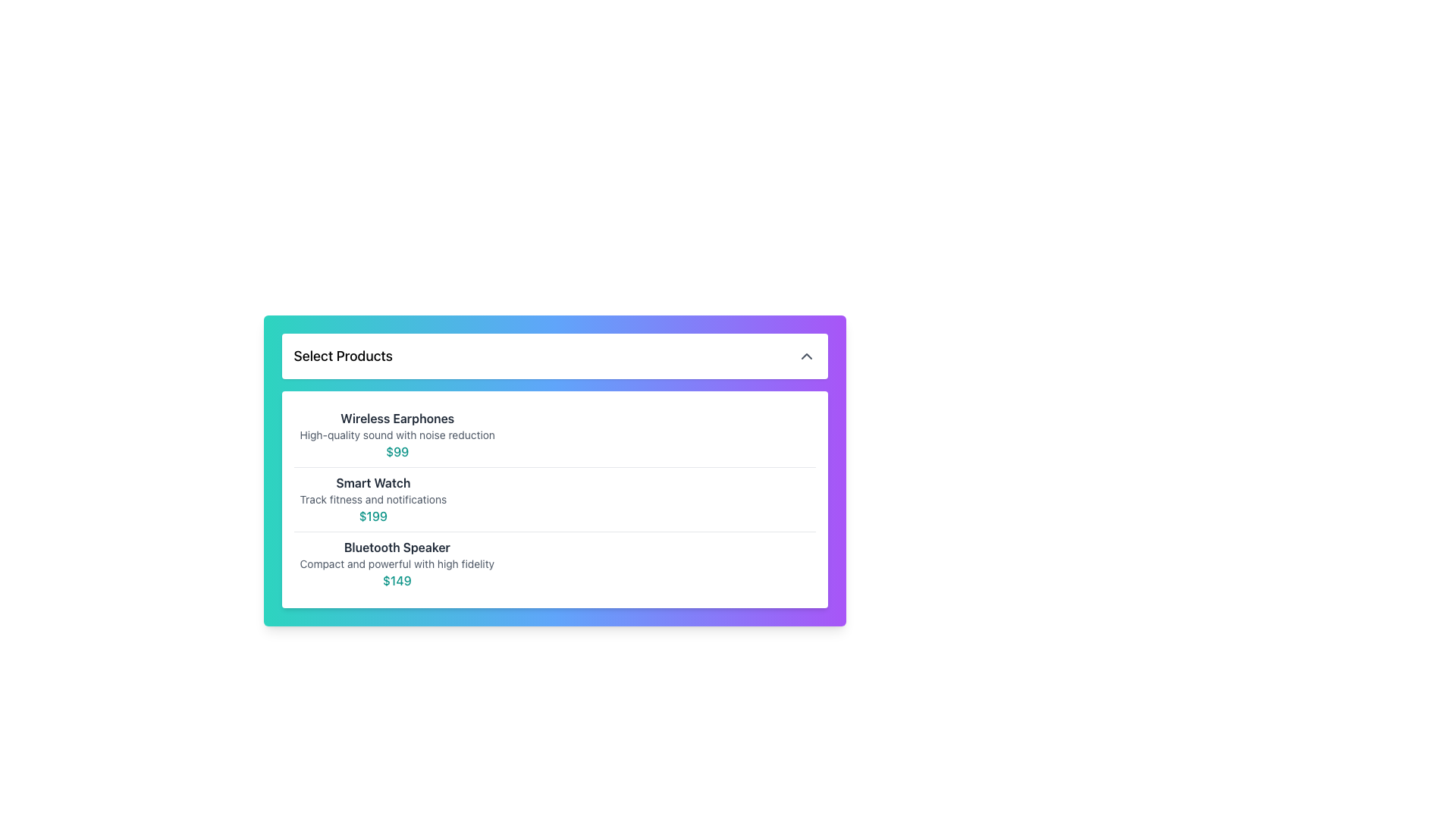  What do you see at coordinates (397, 435) in the screenshot?
I see `the first product entry in the selectable product list` at bounding box center [397, 435].